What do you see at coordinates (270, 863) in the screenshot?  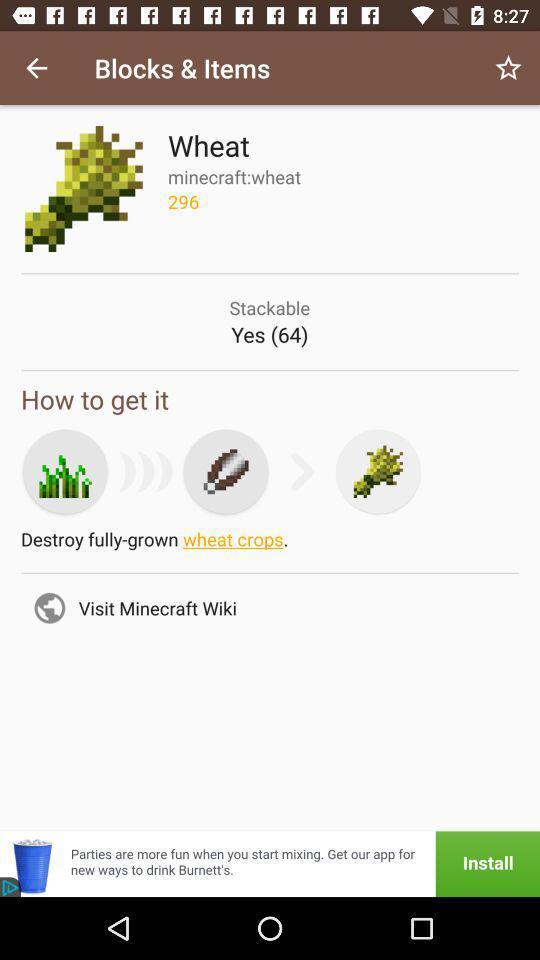 I see `install third party app` at bounding box center [270, 863].